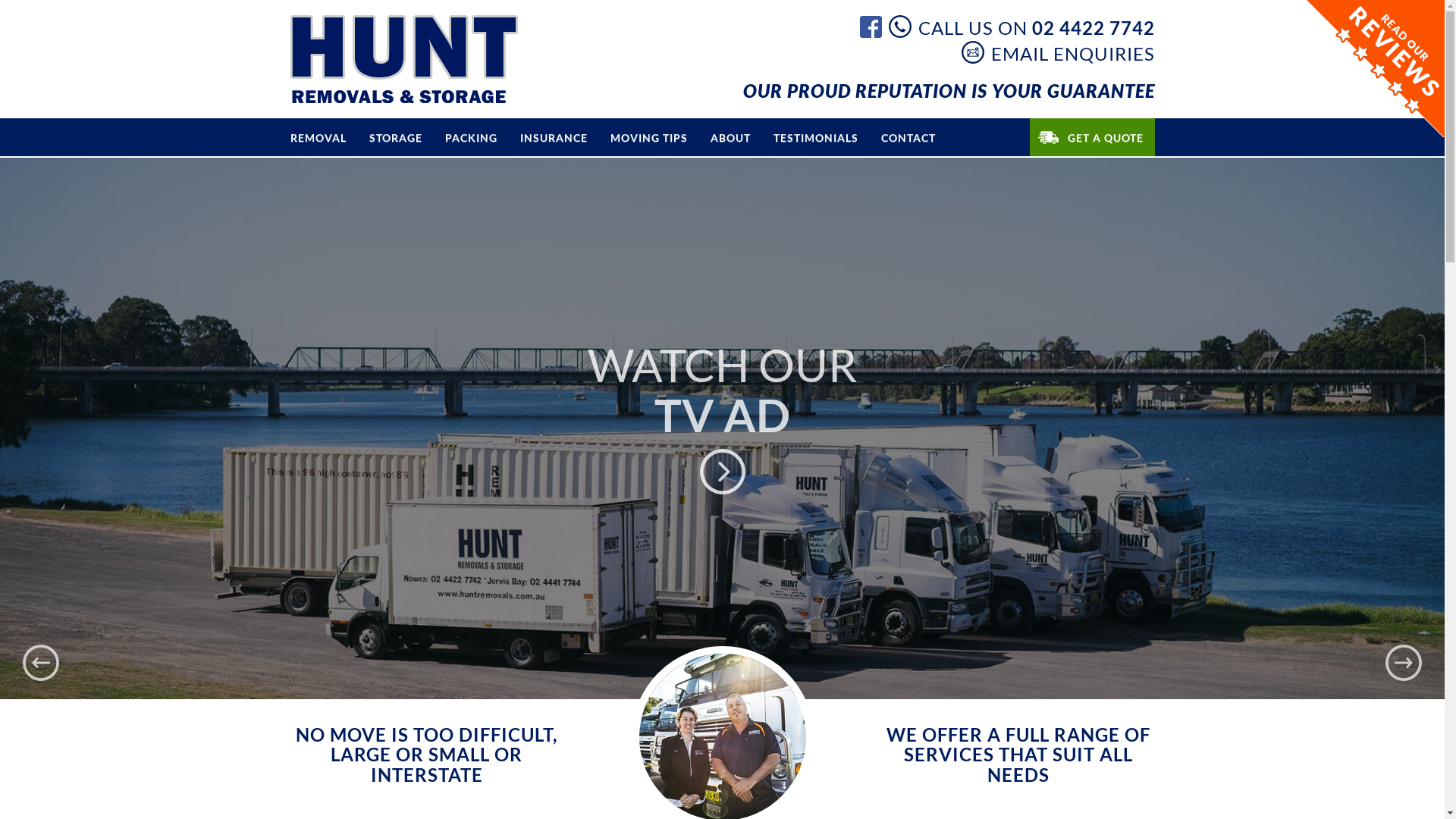  Describe the element at coordinates (1092, 137) in the screenshot. I see `'GET A QUOTE'` at that location.